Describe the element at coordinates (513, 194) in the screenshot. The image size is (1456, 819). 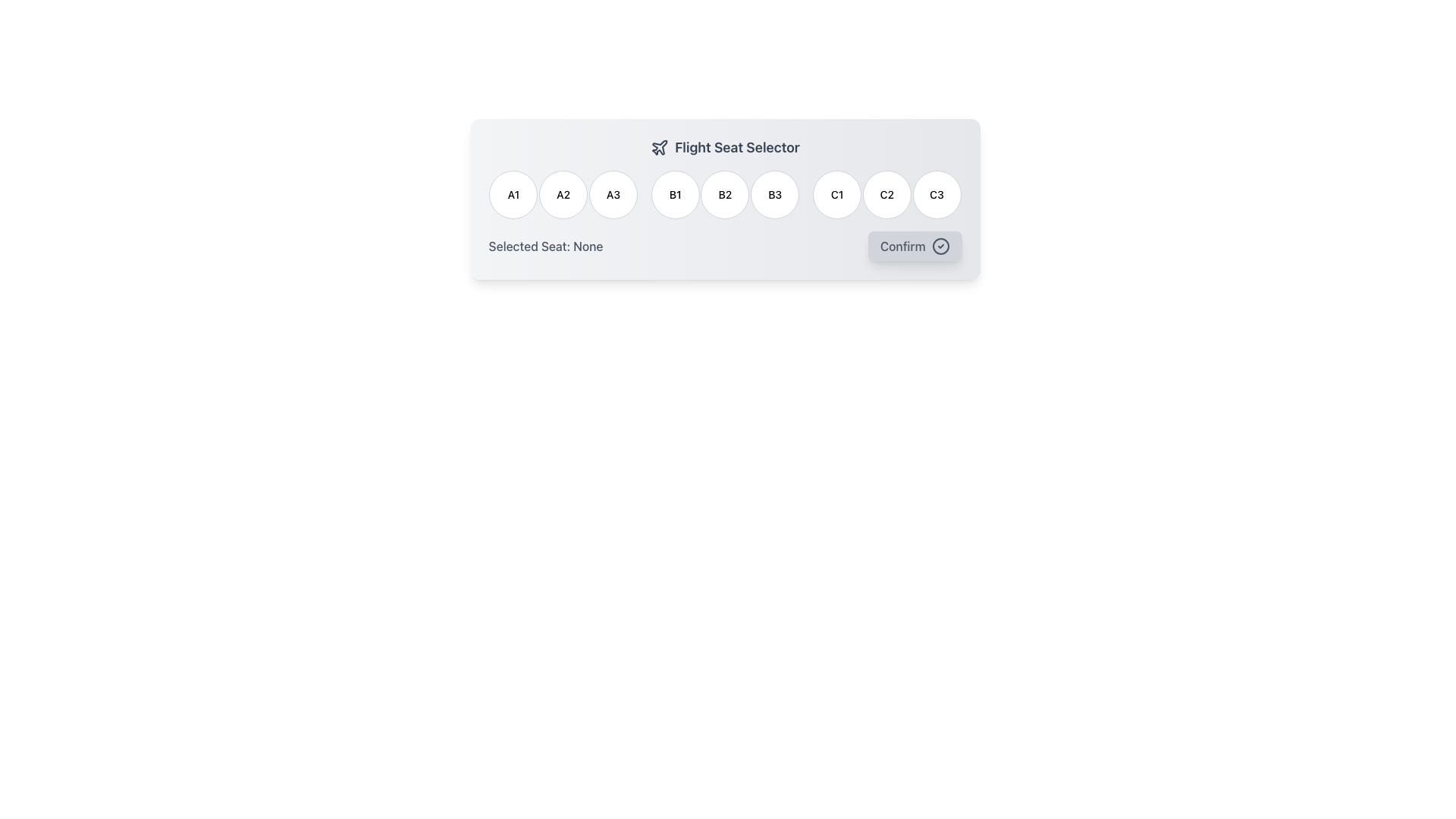
I see `the circular button labeled 'A1' with a white background and gray border` at that location.